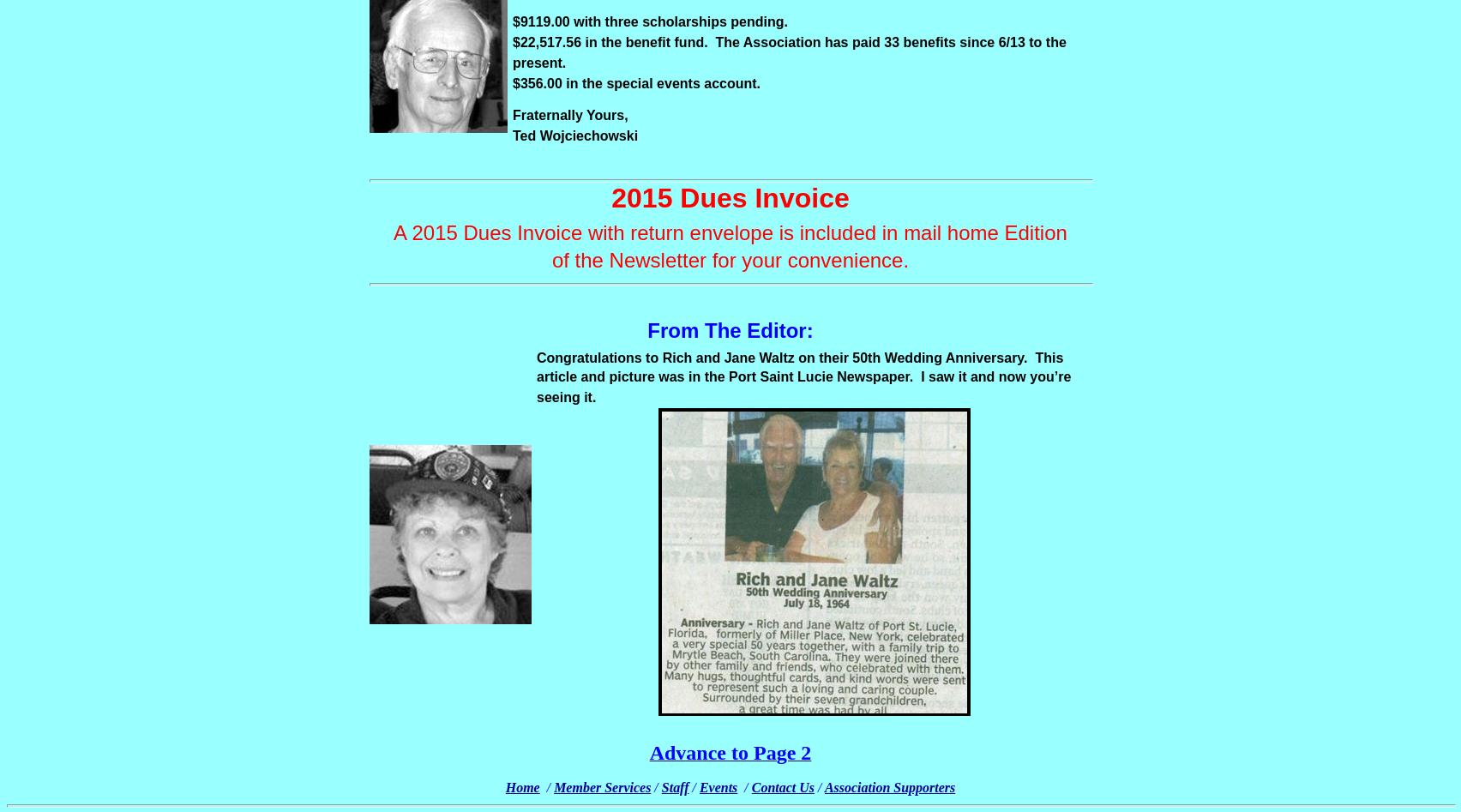 The height and width of the screenshot is (812, 1461). What do you see at coordinates (729, 751) in the screenshot?
I see `'Advance to Page 2'` at bounding box center [729, 751].